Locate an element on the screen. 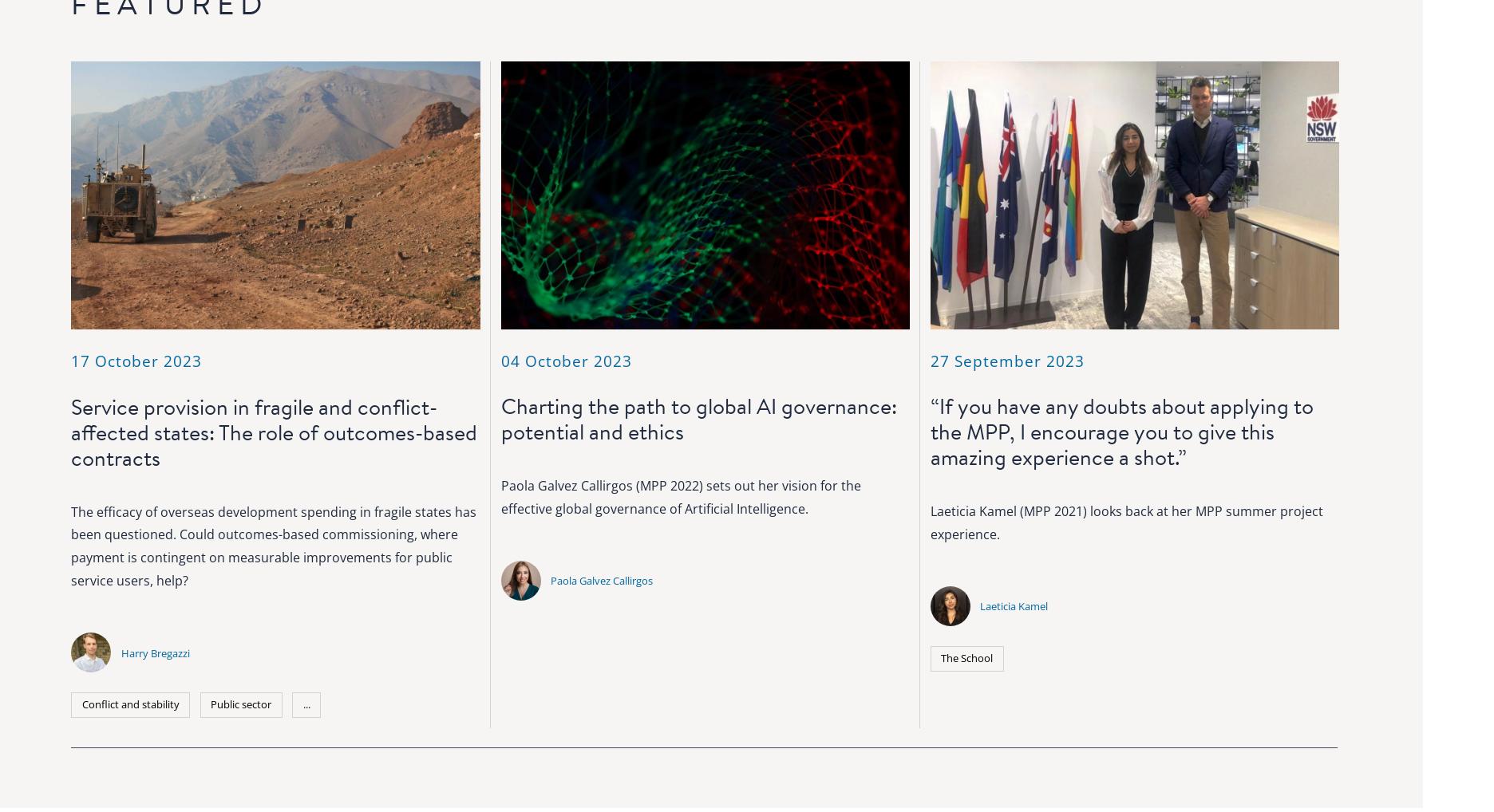 This screenshot has height=812, width=1494. 'Last name' is located at coordinates (1125, 585).